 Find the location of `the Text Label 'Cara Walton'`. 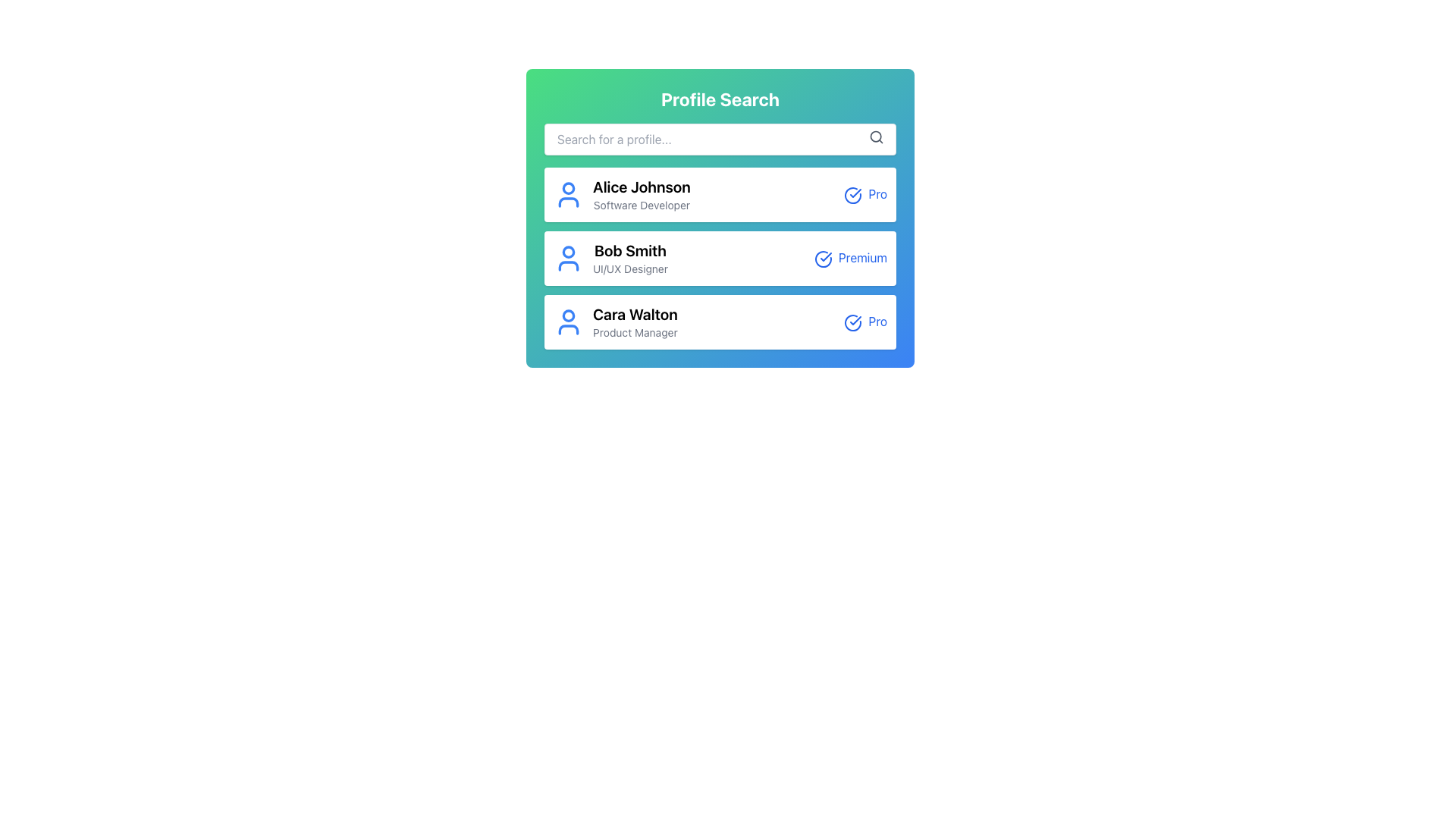

the Text Label 'Cara Walton' is located at coordinates (635, 314).